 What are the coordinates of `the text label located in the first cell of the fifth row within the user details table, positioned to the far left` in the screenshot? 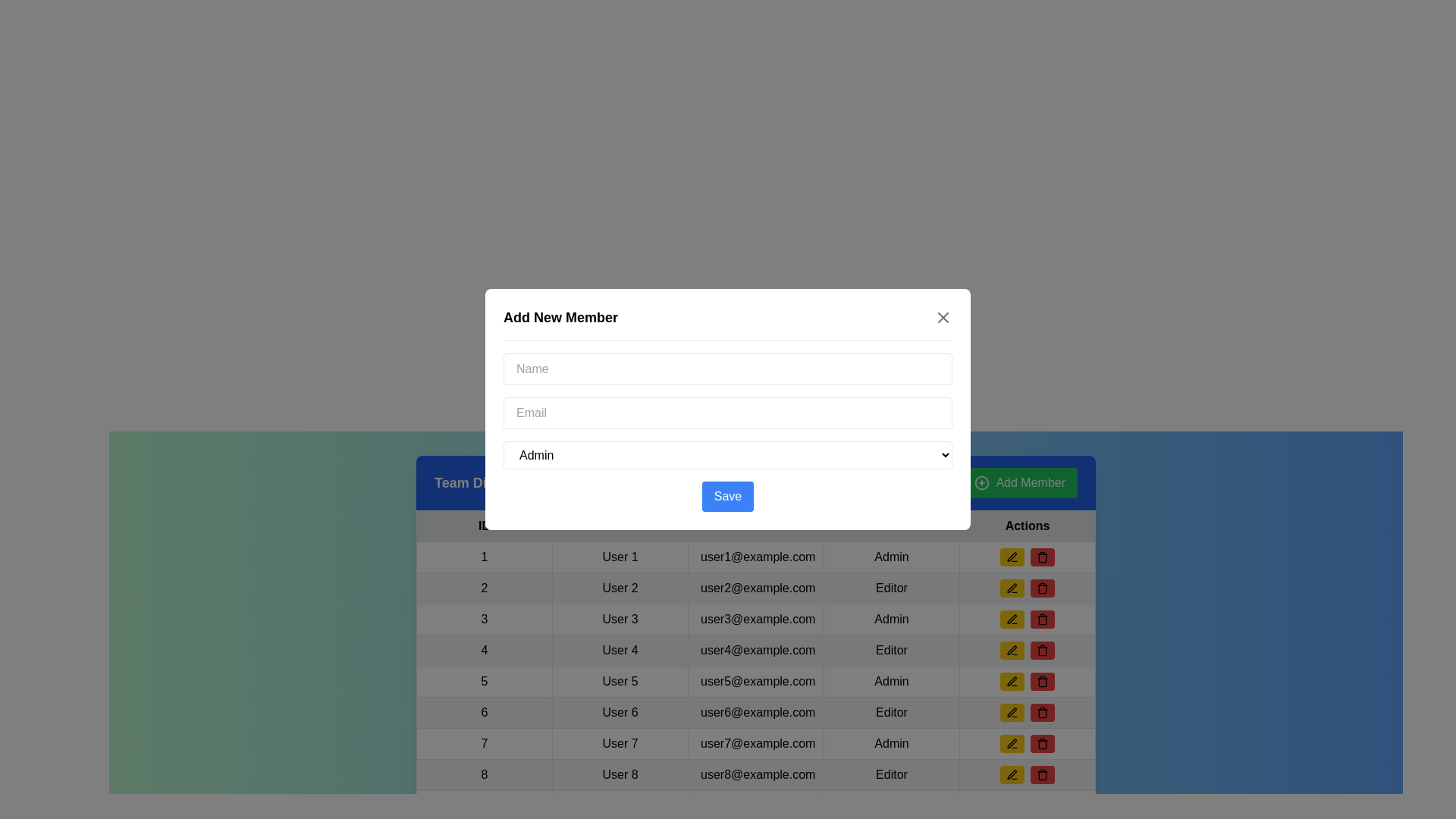 It's located at (483, 680).